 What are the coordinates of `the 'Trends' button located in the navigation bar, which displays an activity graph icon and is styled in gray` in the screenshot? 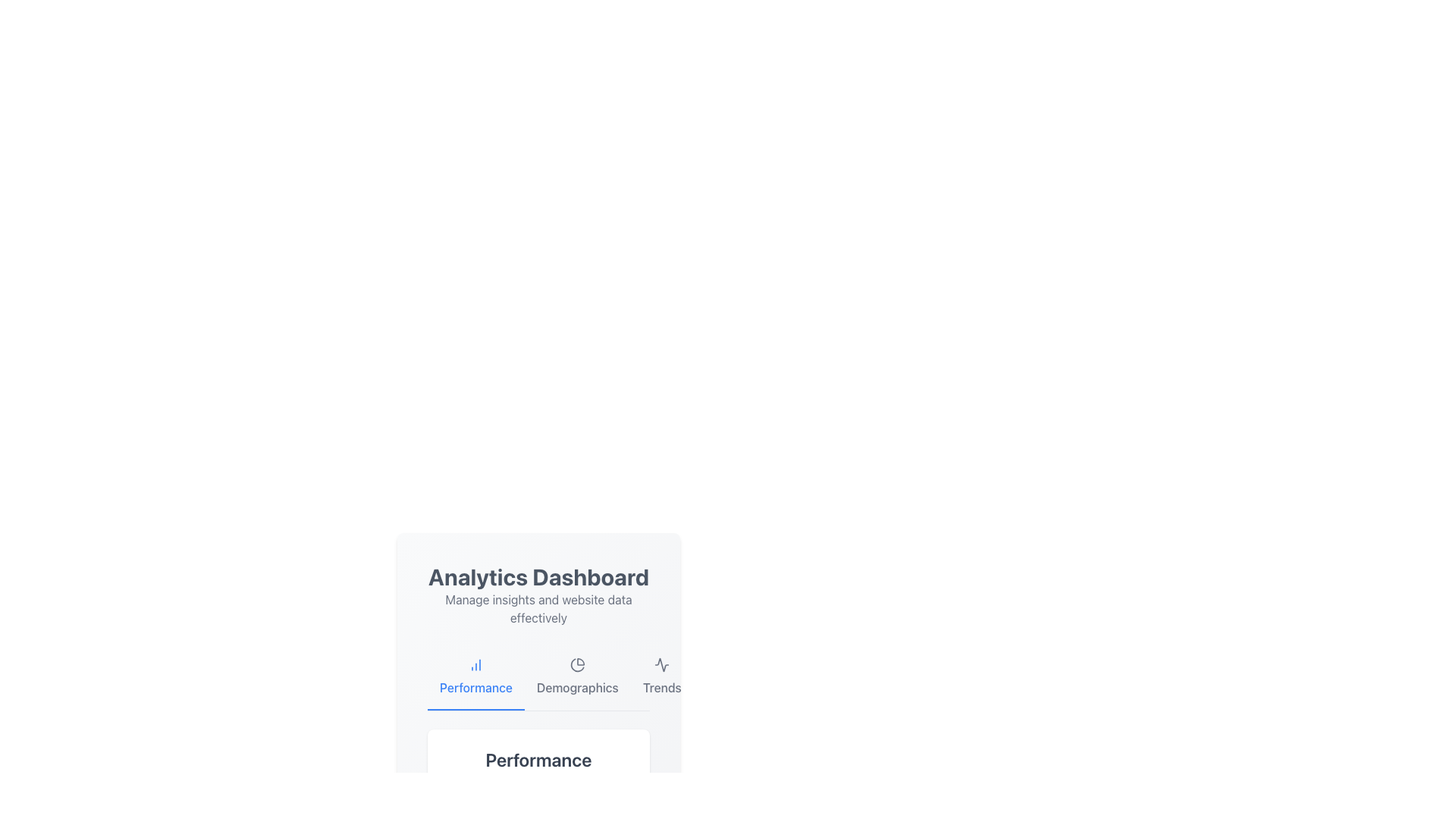 It's located at (662, 677).